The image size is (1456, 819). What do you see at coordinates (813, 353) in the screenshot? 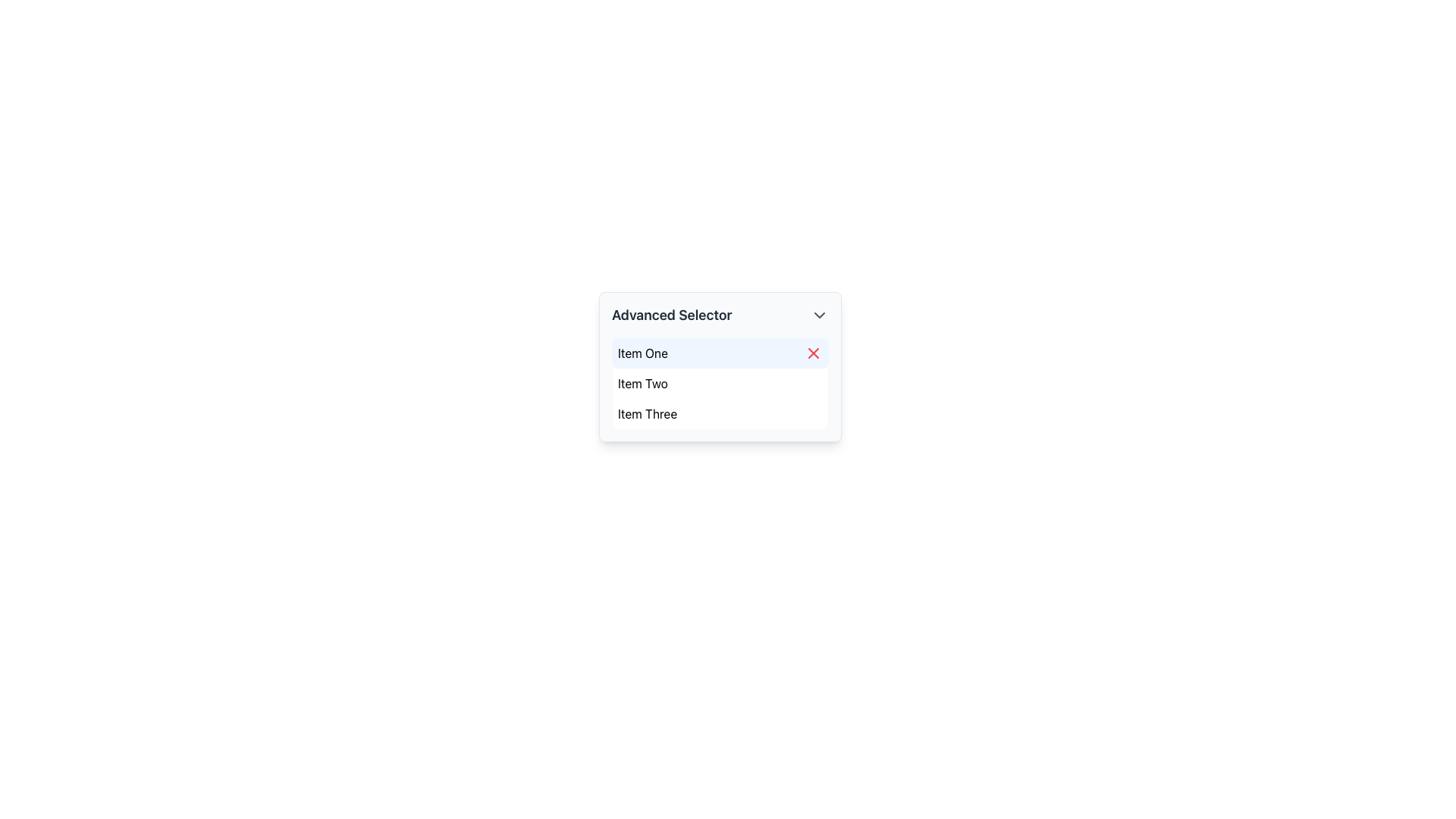
I see `the red 'X' icon button positioned to the right of 'Item One' in the Advanced Selector dropdown list to clear the selection` at bounding box center [813, 353].